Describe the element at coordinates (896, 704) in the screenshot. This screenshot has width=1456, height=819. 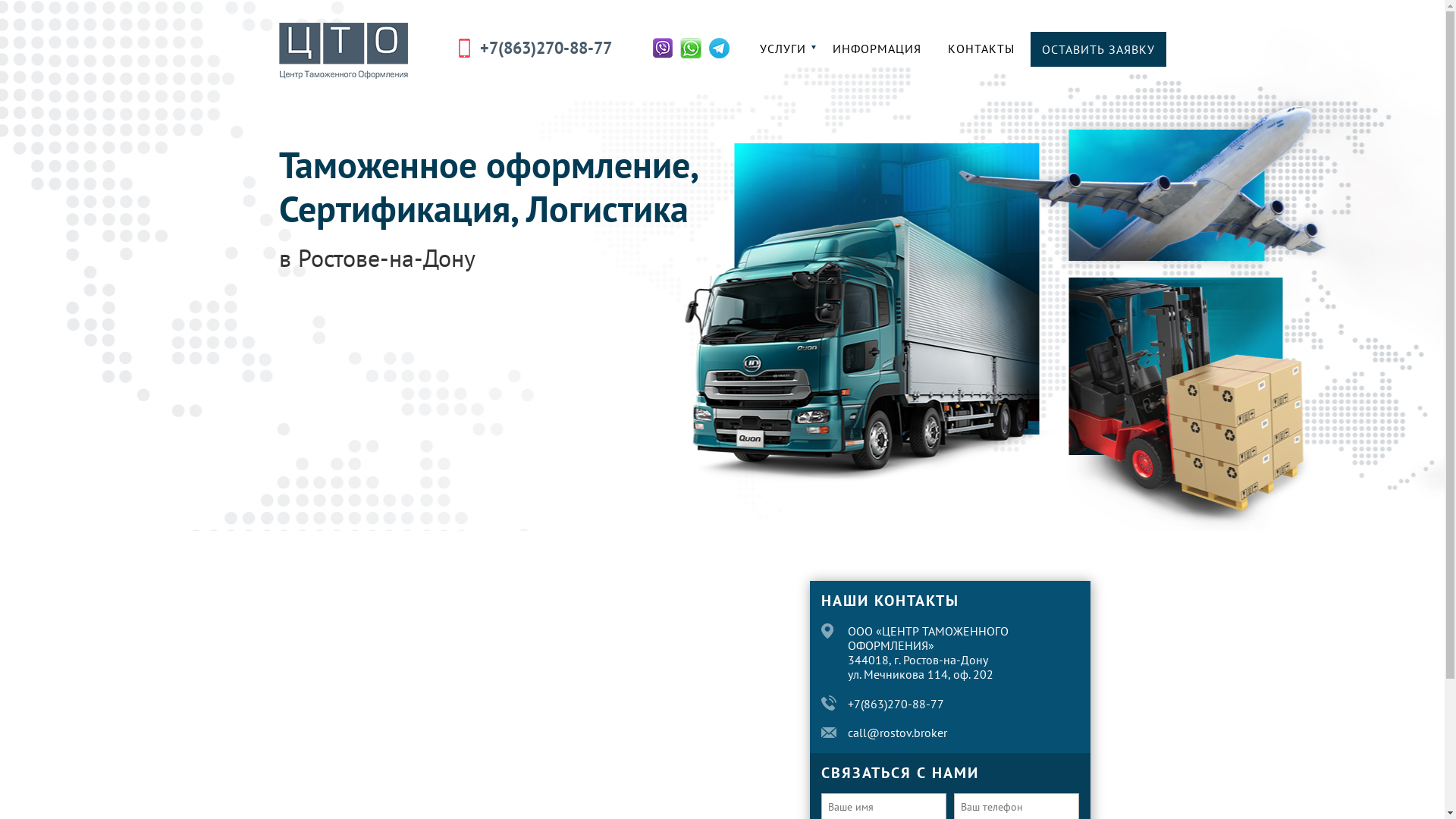
I see `'+7(863)270-88-77'` at that location.